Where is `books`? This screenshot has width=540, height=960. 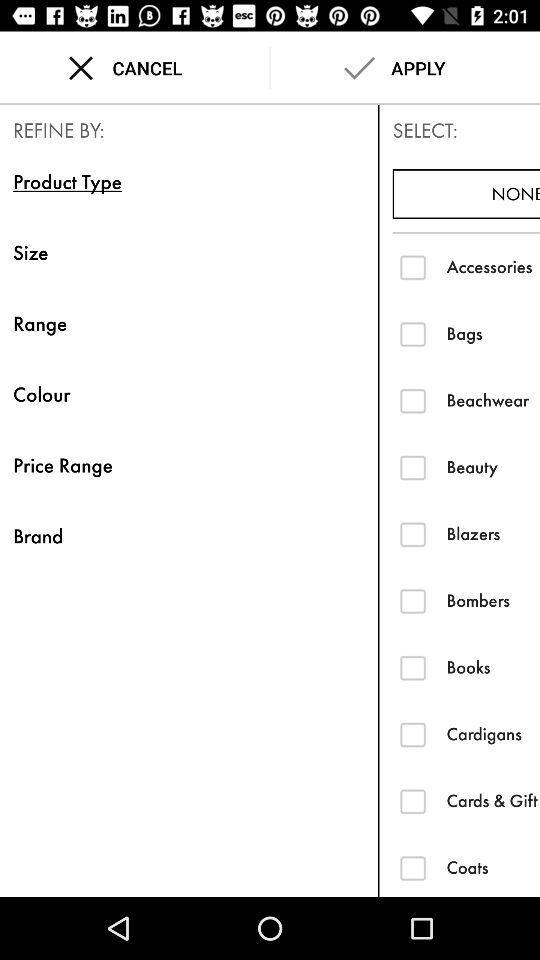 books is located at coordinates (492, 667).